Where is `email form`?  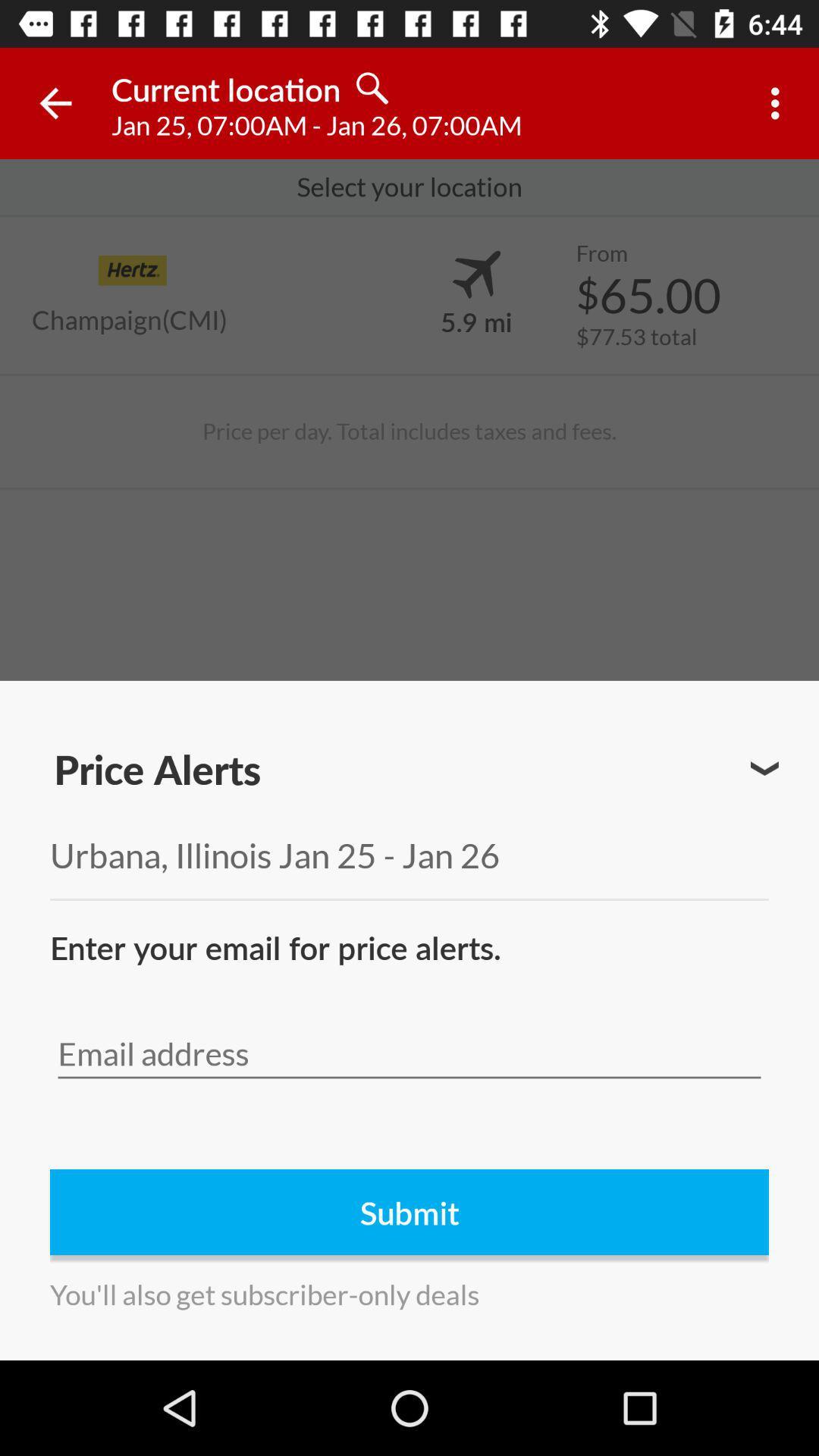 email form is located at coordinates (409, 1053).